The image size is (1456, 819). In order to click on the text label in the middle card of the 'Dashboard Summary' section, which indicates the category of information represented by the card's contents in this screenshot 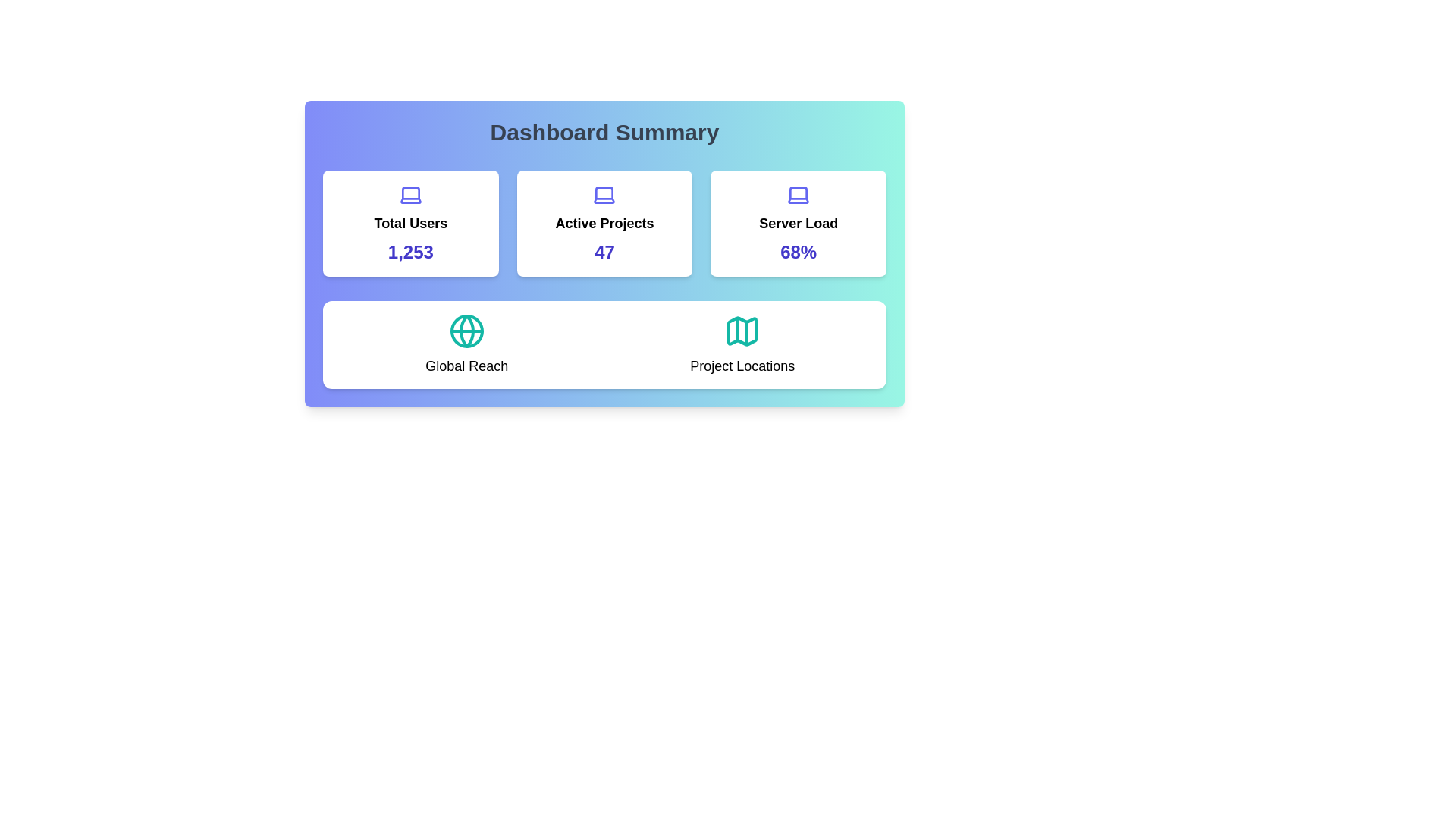, I will do `click(604, 223)`.